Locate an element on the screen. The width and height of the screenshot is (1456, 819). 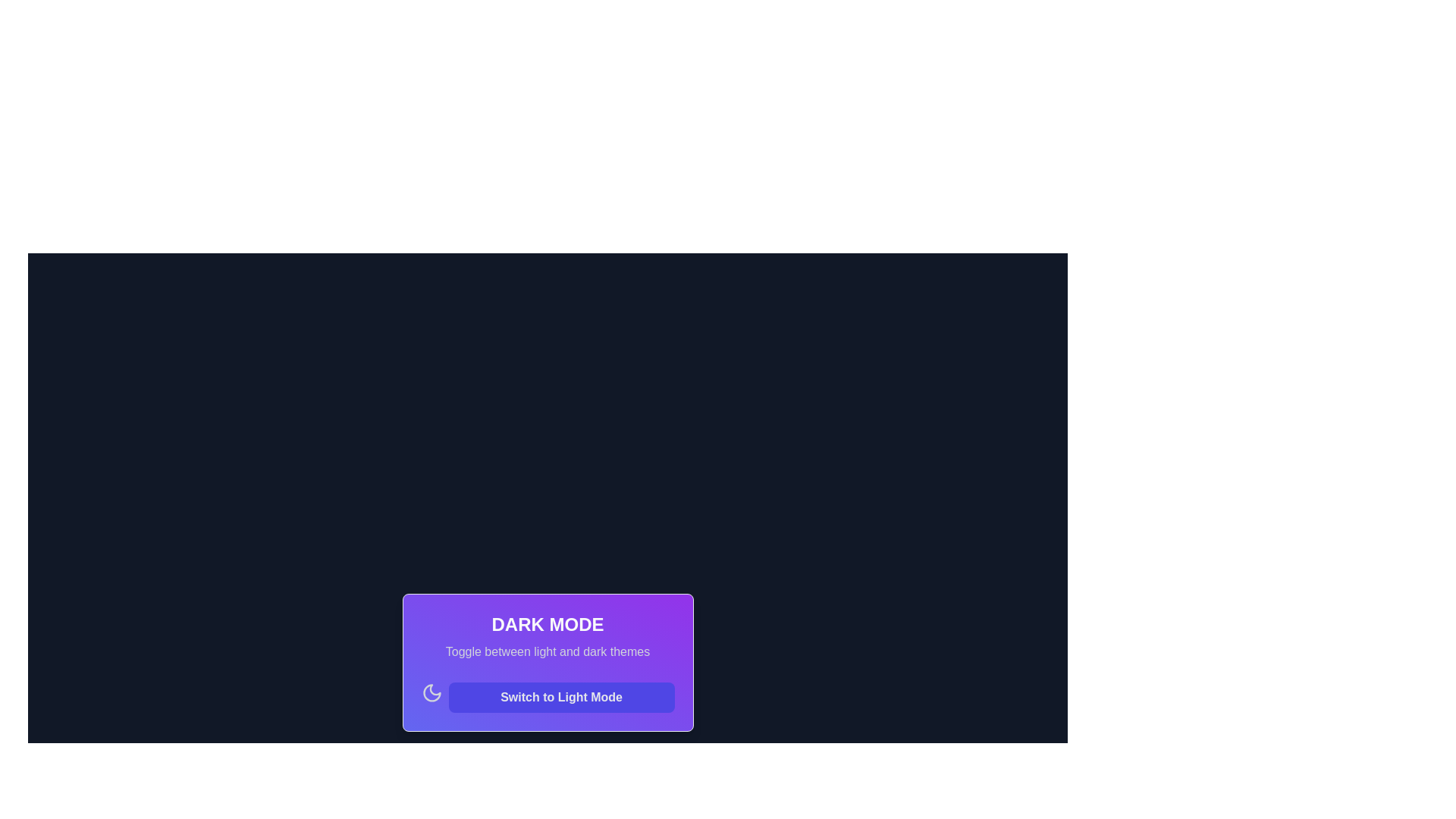
the crescent moon icon on the purple background is located at coordinates (431, 693).